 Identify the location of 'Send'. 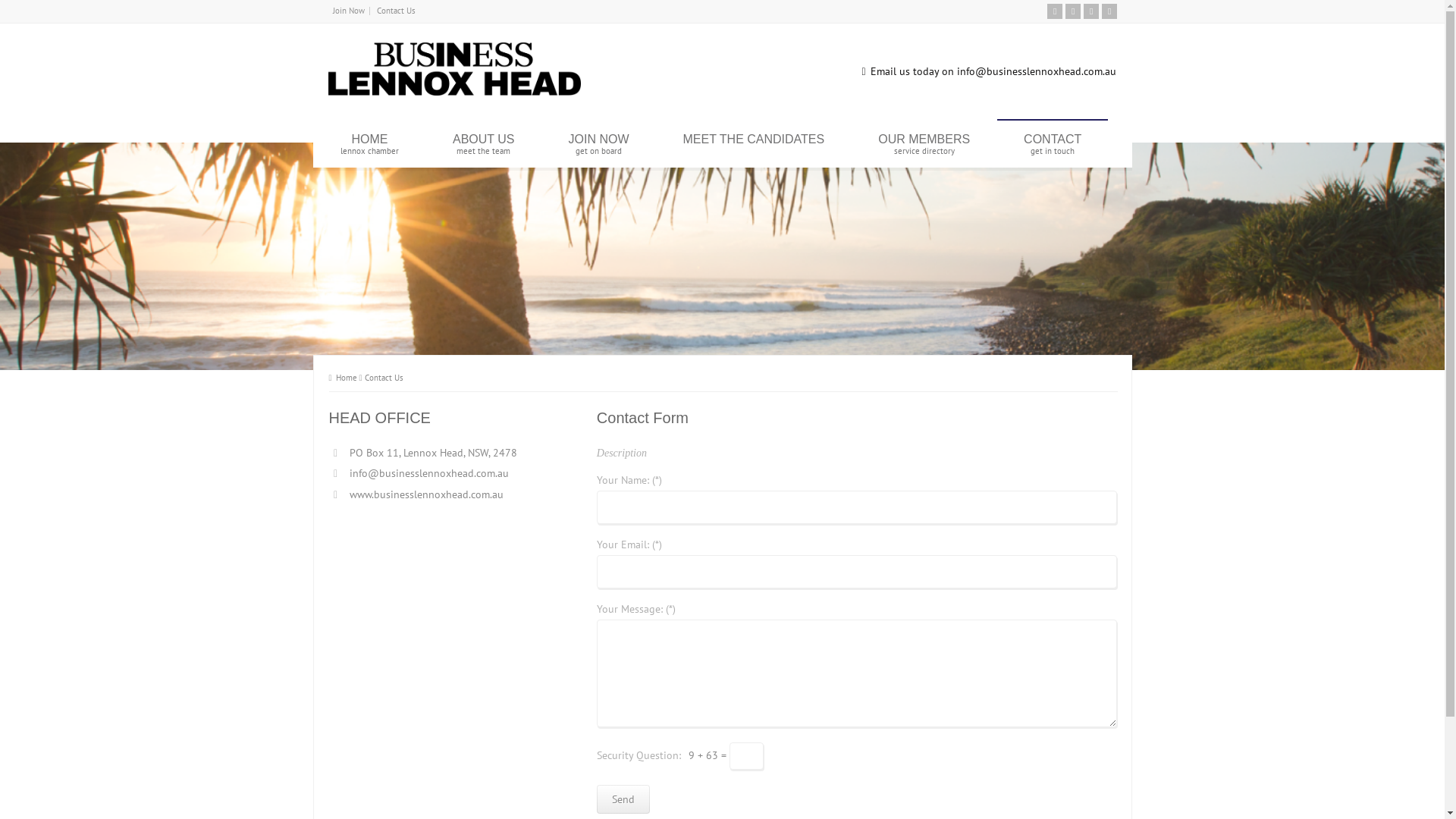
(623, 798).